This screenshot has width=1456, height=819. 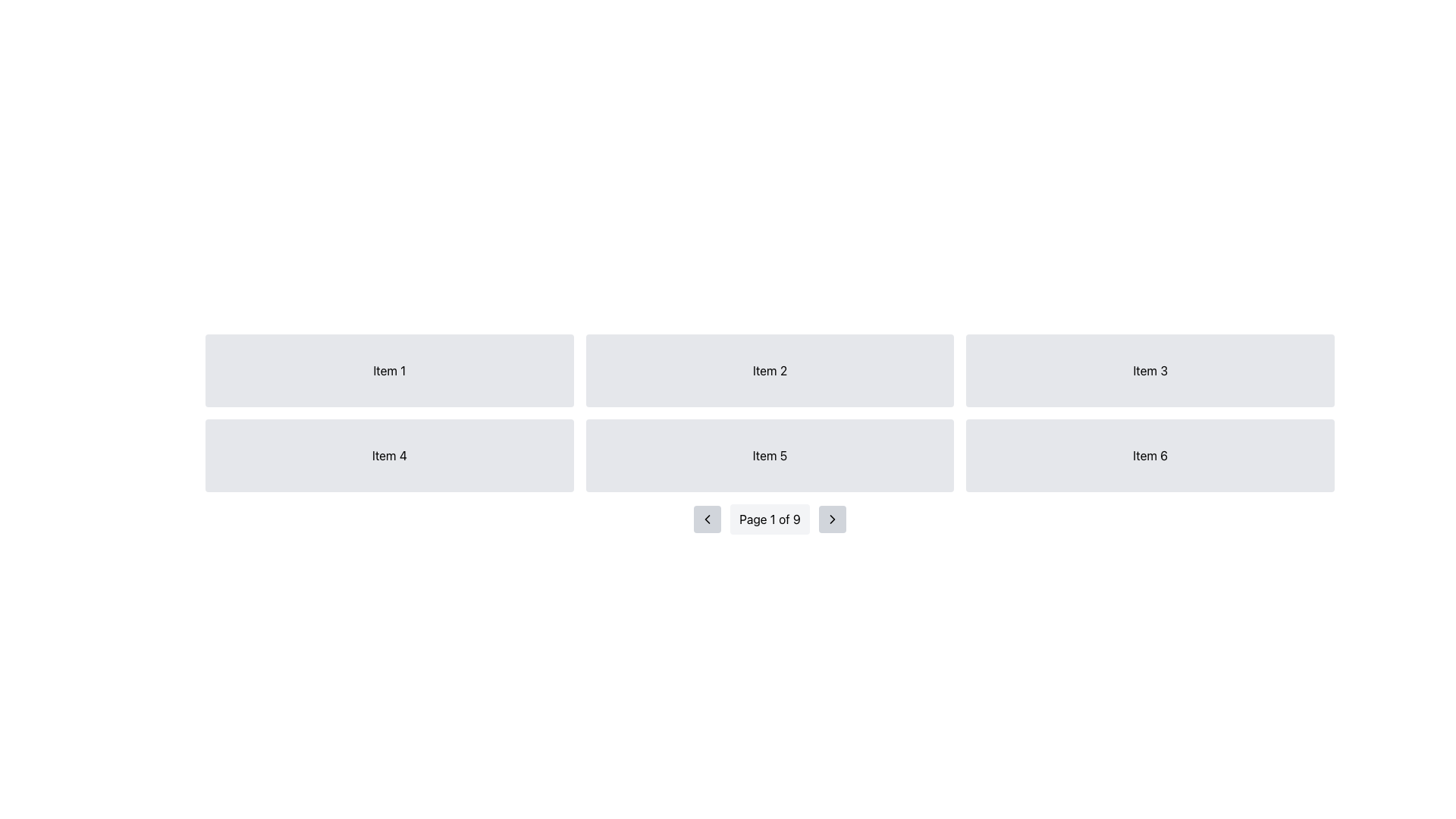 What do you see at coordinates (389, 455) in the screenshot?
I see `the card-like component with a light-gray background and centered text 'Item 4', located in the second row, first column of the grid` at bounding box center [389, 455].